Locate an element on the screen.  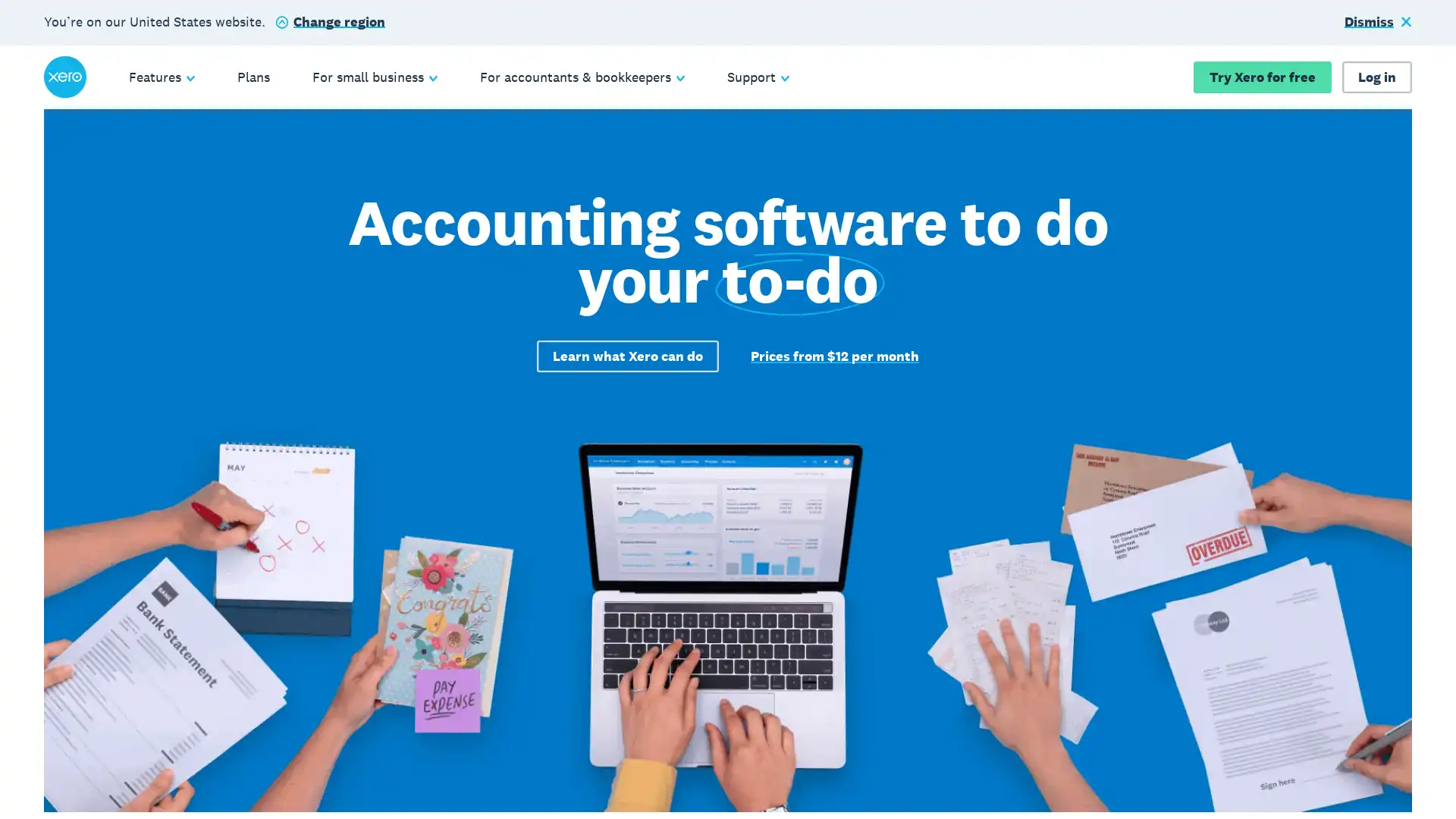
For accountants & bookkeepers is located at coordinates (581, 77).